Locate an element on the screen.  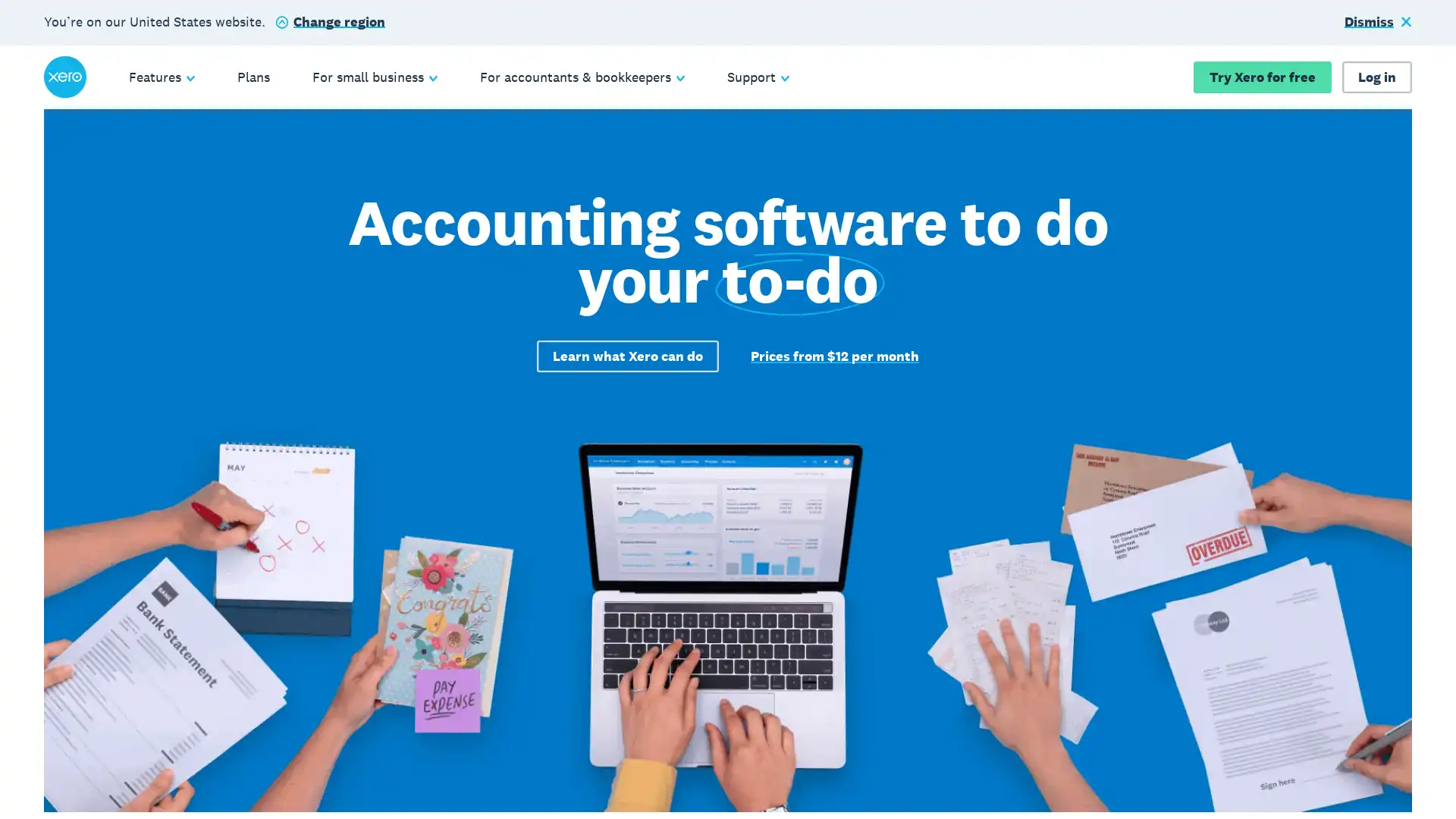
For accountants & bookkeepers is located at coordinates (581, 77).